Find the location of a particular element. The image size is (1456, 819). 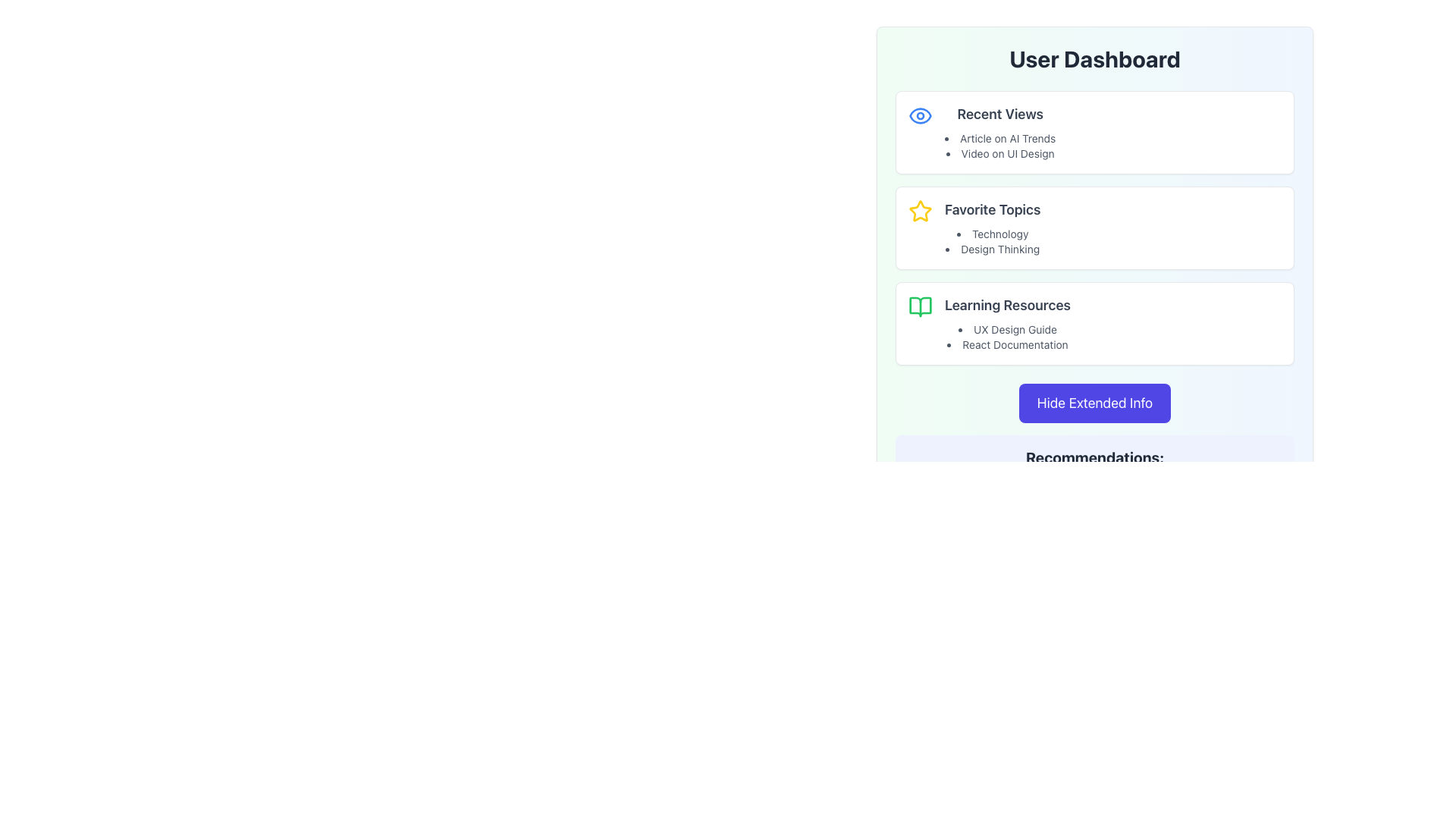

the Text Label displaying a recent view in the 'Recent Views' section of the User Dashboard is located at coordinates (1000, 138).